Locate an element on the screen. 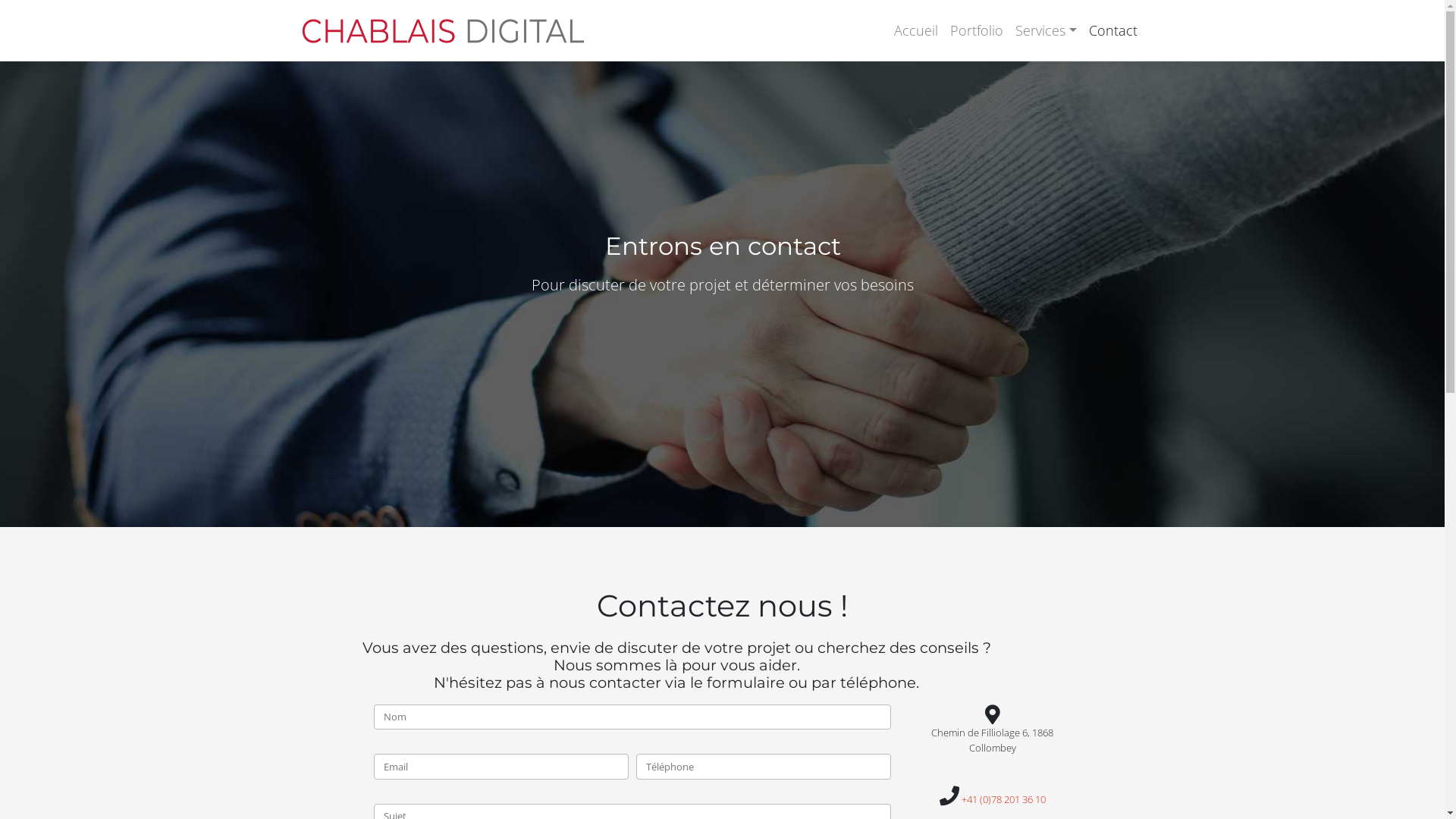 The height and width of the screenshot is (819, 1456). 'Portfolio' is located at coordinates (976, 30).